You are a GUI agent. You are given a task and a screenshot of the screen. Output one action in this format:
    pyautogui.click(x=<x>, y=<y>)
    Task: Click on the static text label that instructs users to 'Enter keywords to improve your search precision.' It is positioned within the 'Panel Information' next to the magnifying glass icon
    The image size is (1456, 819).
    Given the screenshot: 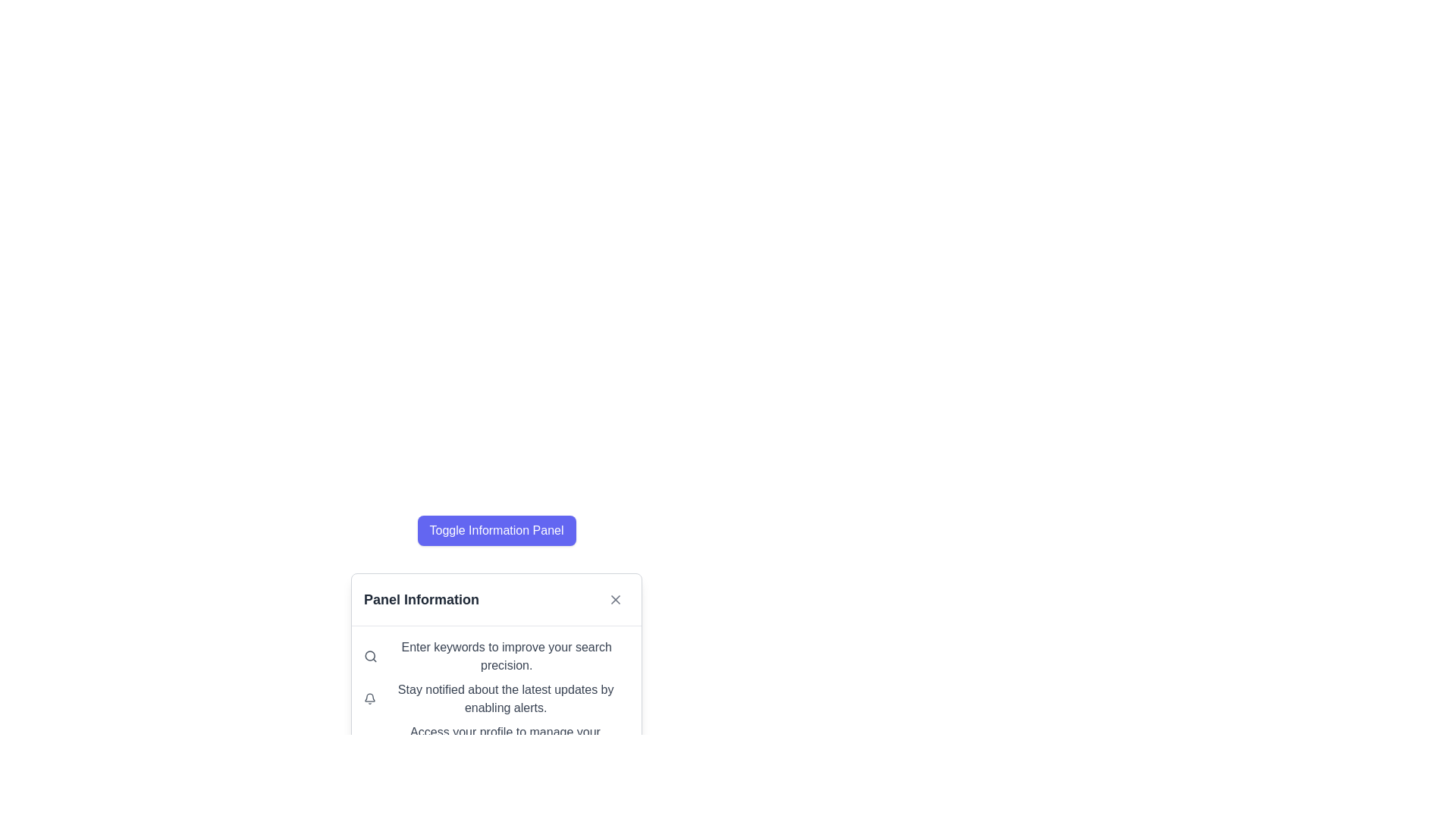 What is the action you would take?
    pyautogui.click(x=507, y=656)
    